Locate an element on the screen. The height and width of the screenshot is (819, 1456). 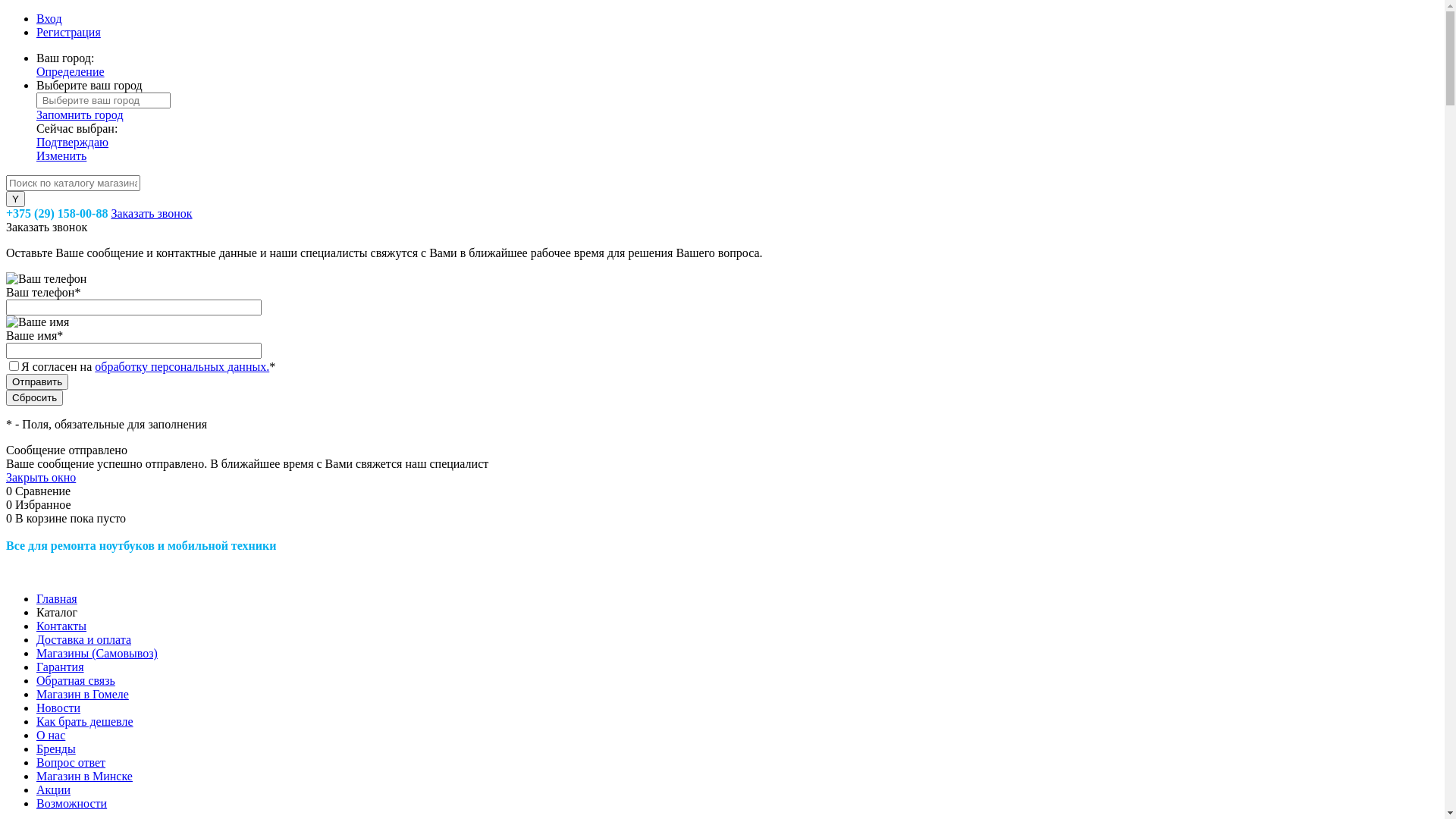
'0' is located at coordinates (11, 491).